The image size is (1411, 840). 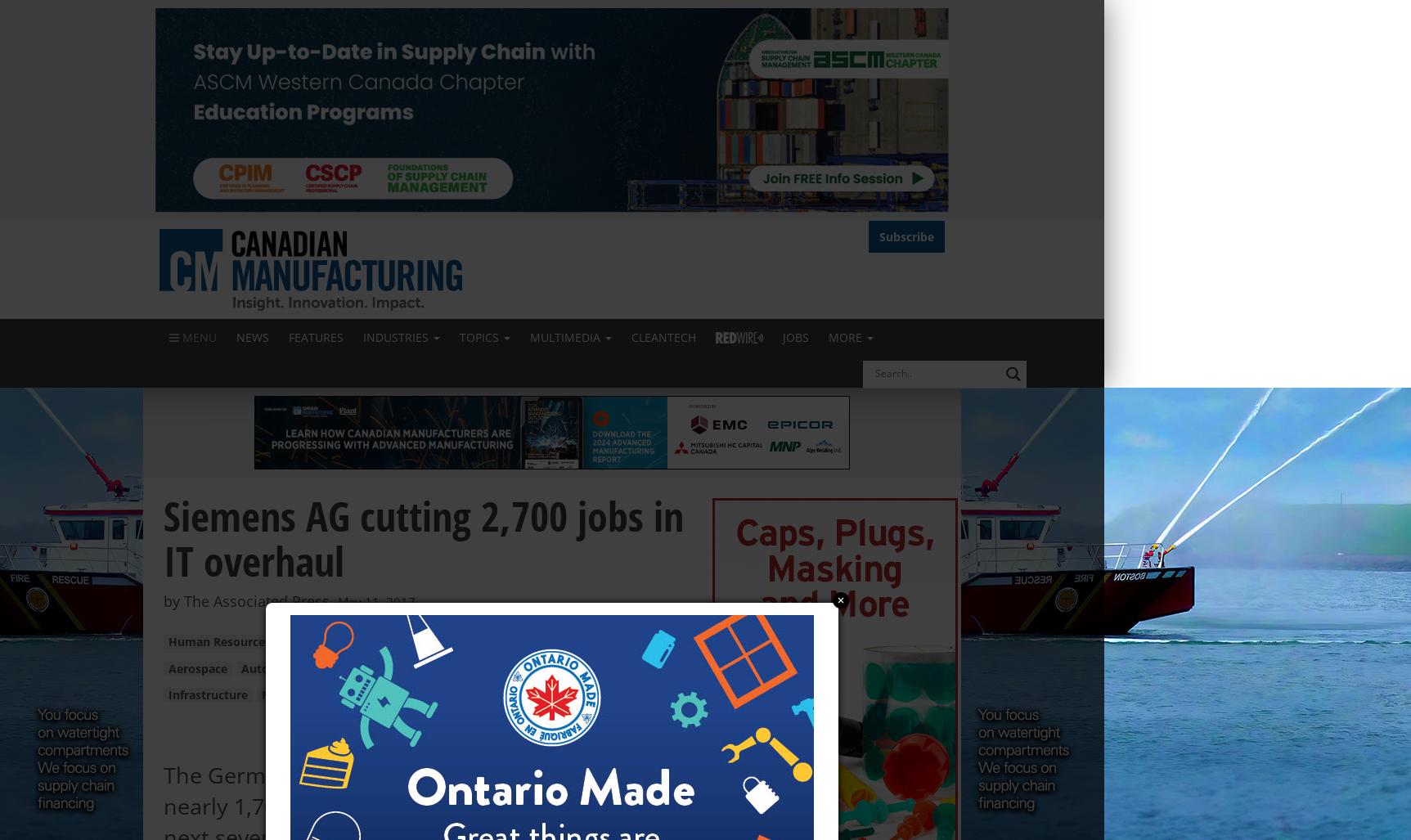 I want to click on 'Subscribe', so click(x=879, y=236).